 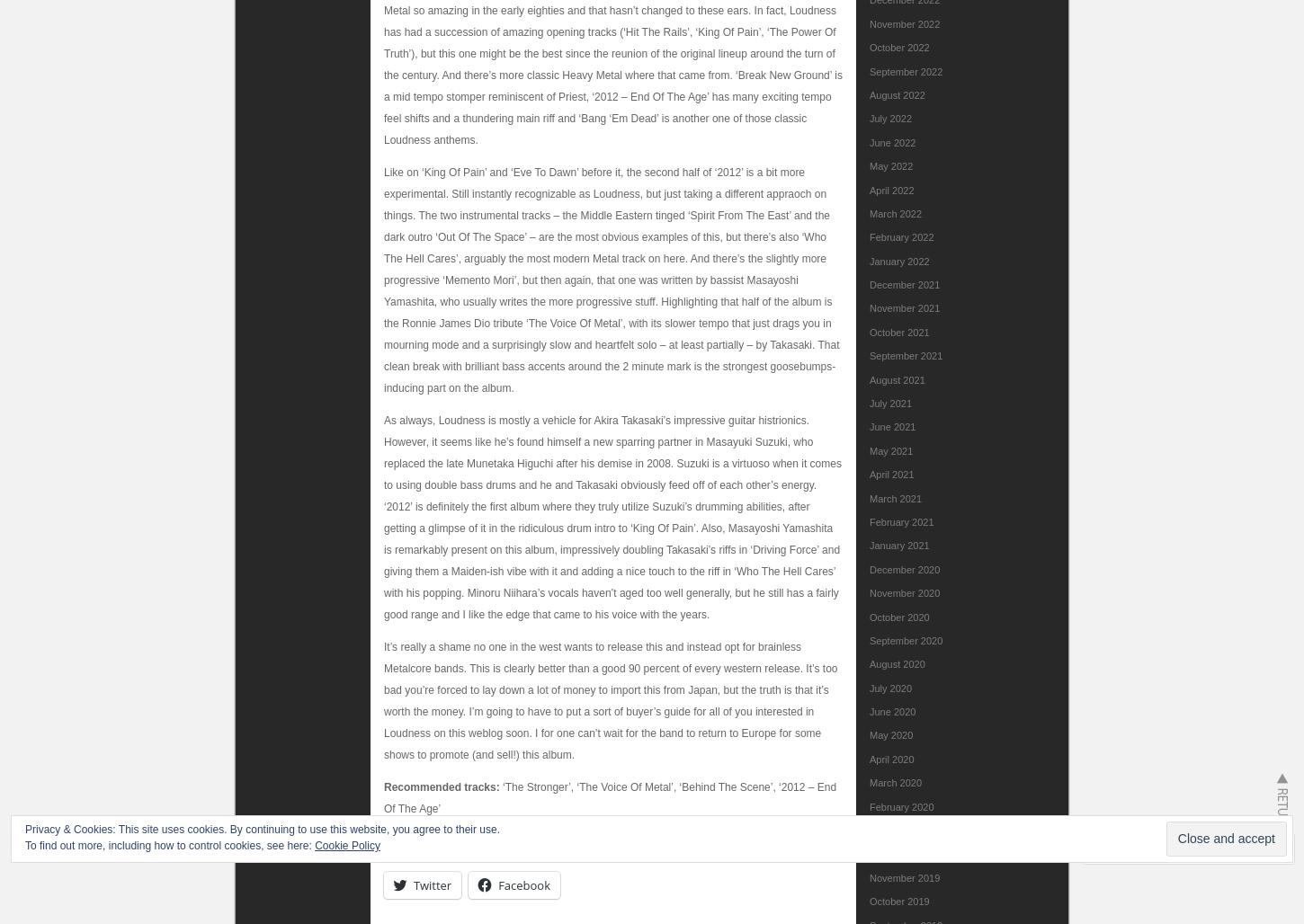 What do you see at coordinates (897, 93) in the screenshot?
I see `'August 2022'` at bounding box center [897, 93].